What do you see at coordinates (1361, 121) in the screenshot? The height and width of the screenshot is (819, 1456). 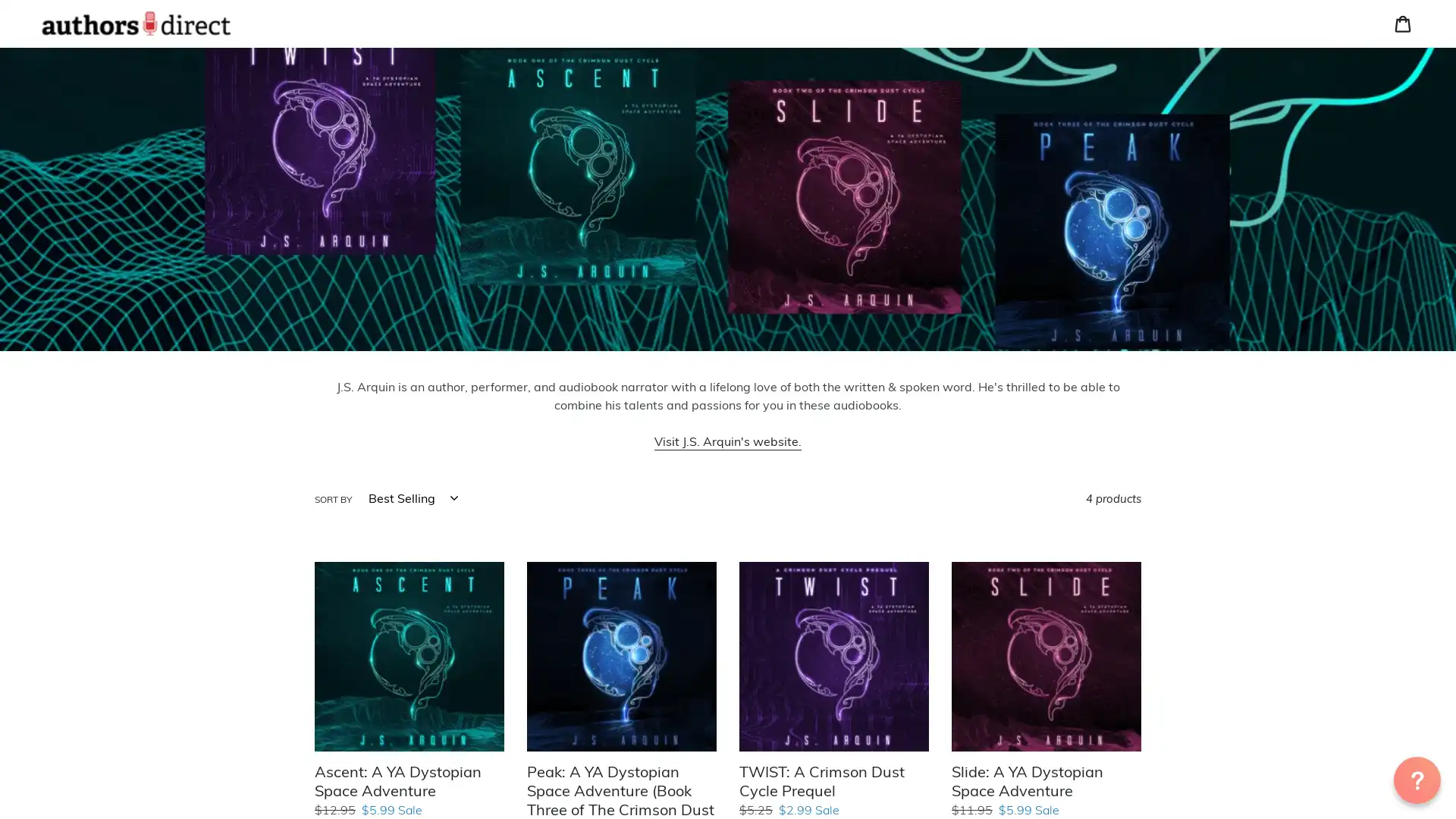 I see `Accept` at bounding box center [1361, 121].